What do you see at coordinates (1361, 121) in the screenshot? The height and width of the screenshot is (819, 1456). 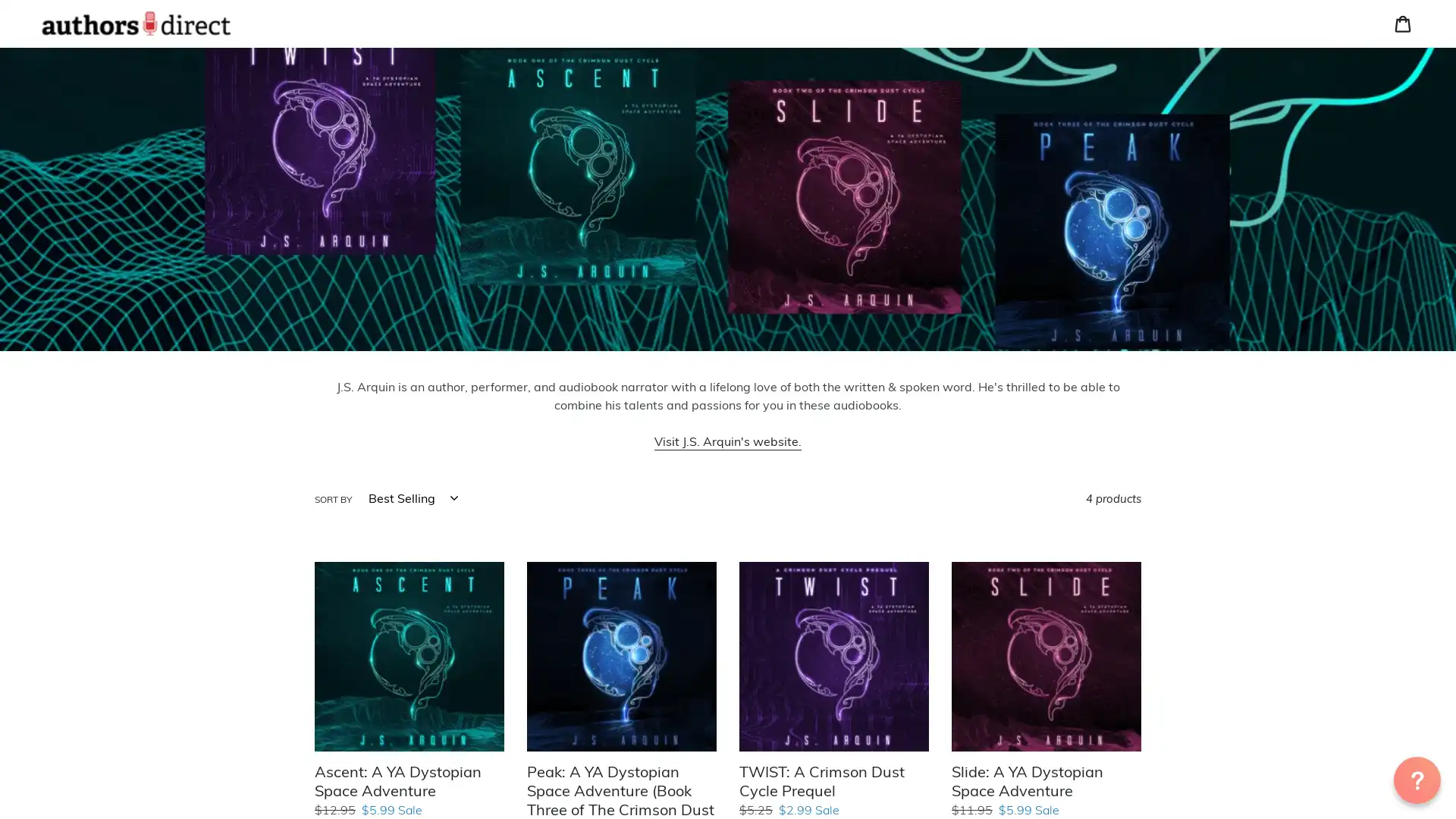 I see `Accept` at bounding box center [1361, 121].